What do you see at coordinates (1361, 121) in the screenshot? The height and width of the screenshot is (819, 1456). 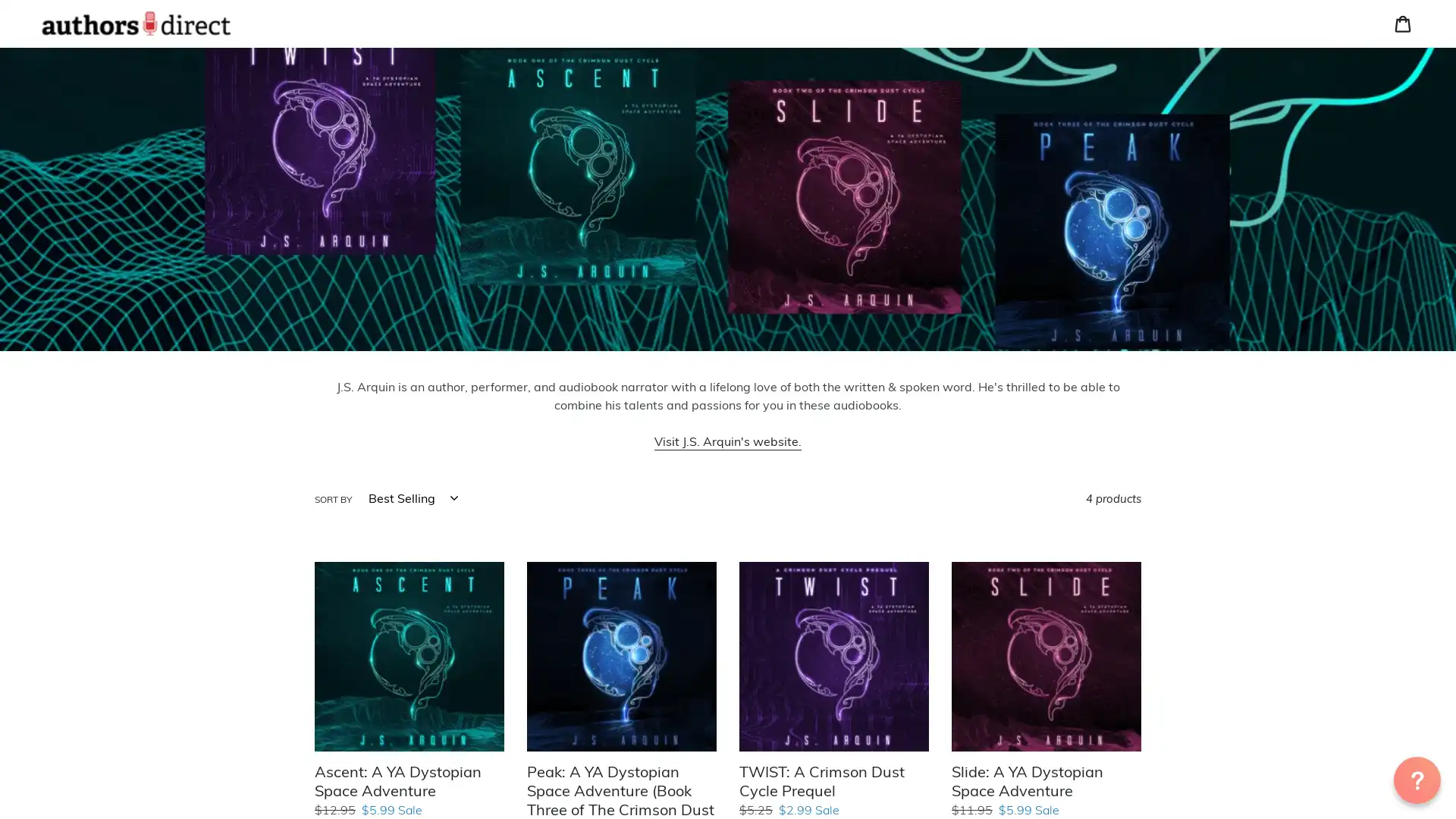 I see `Accept` at bounding box center [1361, 121].